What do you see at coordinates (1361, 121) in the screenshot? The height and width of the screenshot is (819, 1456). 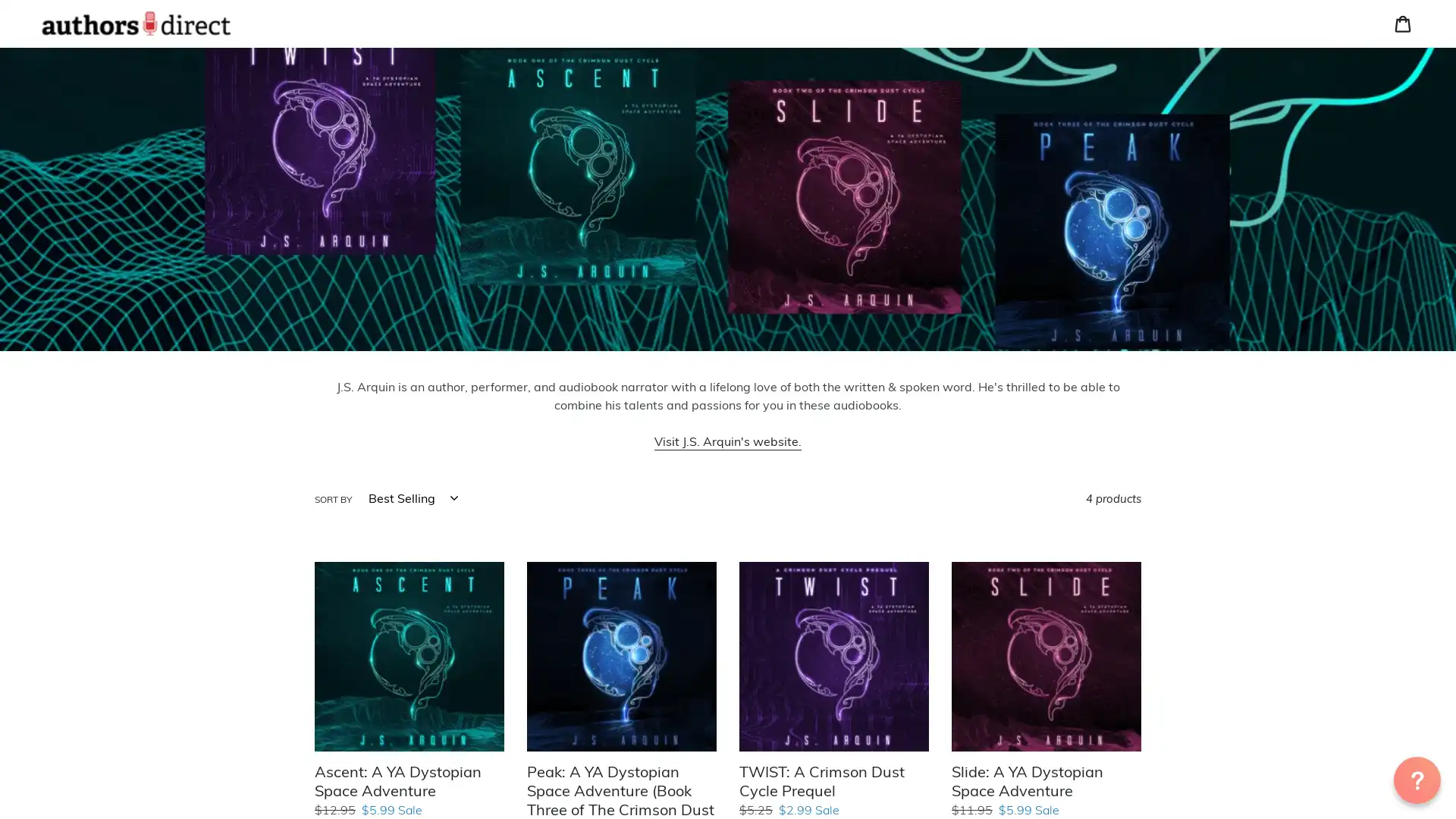 I see `Accept` at bounding box center [1361, 121].